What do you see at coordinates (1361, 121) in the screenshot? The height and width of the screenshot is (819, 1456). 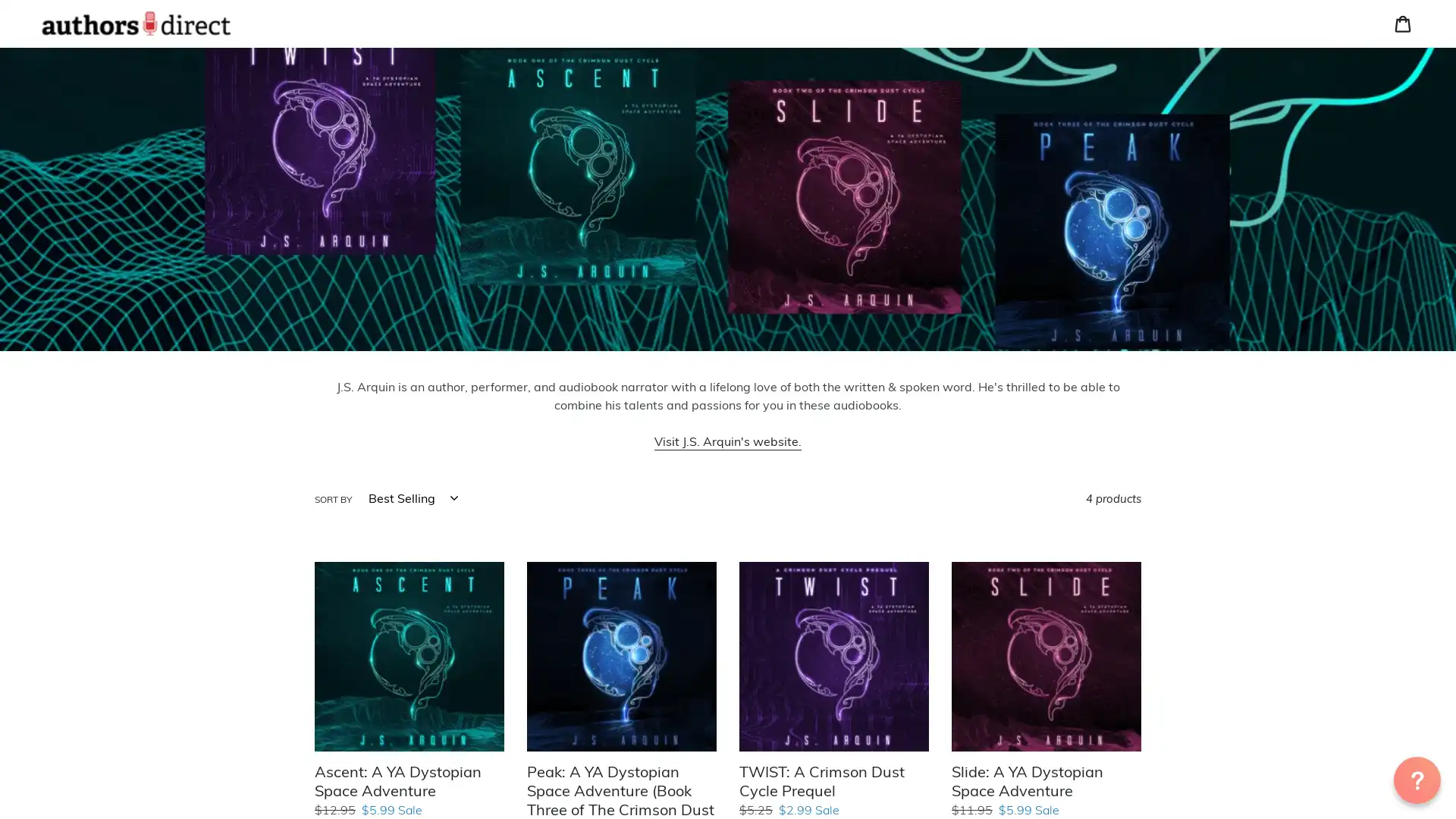 I see `Accept` at bounding box center [1361, 121].